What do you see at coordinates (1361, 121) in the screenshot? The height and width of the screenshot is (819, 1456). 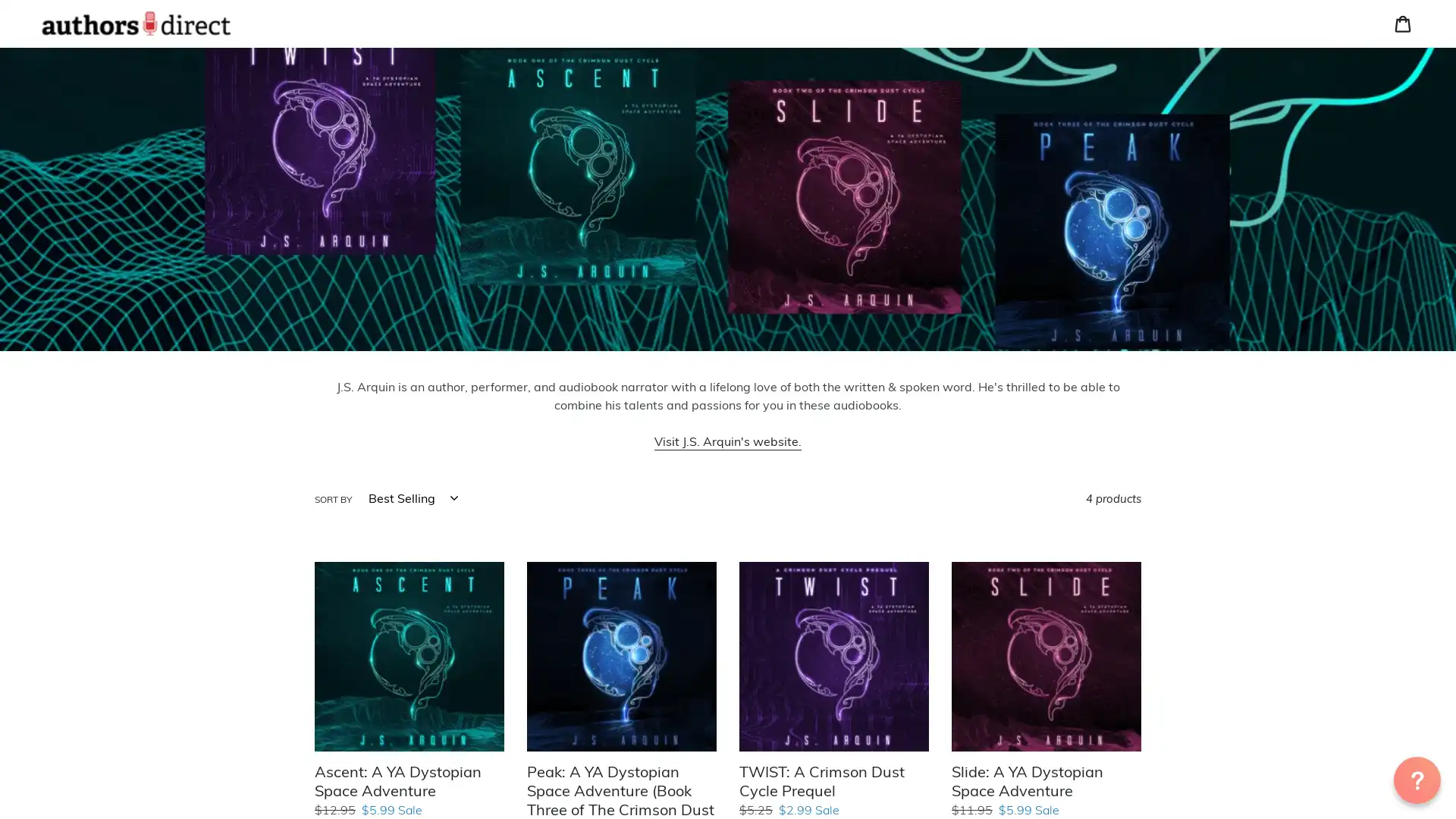 I see `Accept` at bounding box center [1361, 121].